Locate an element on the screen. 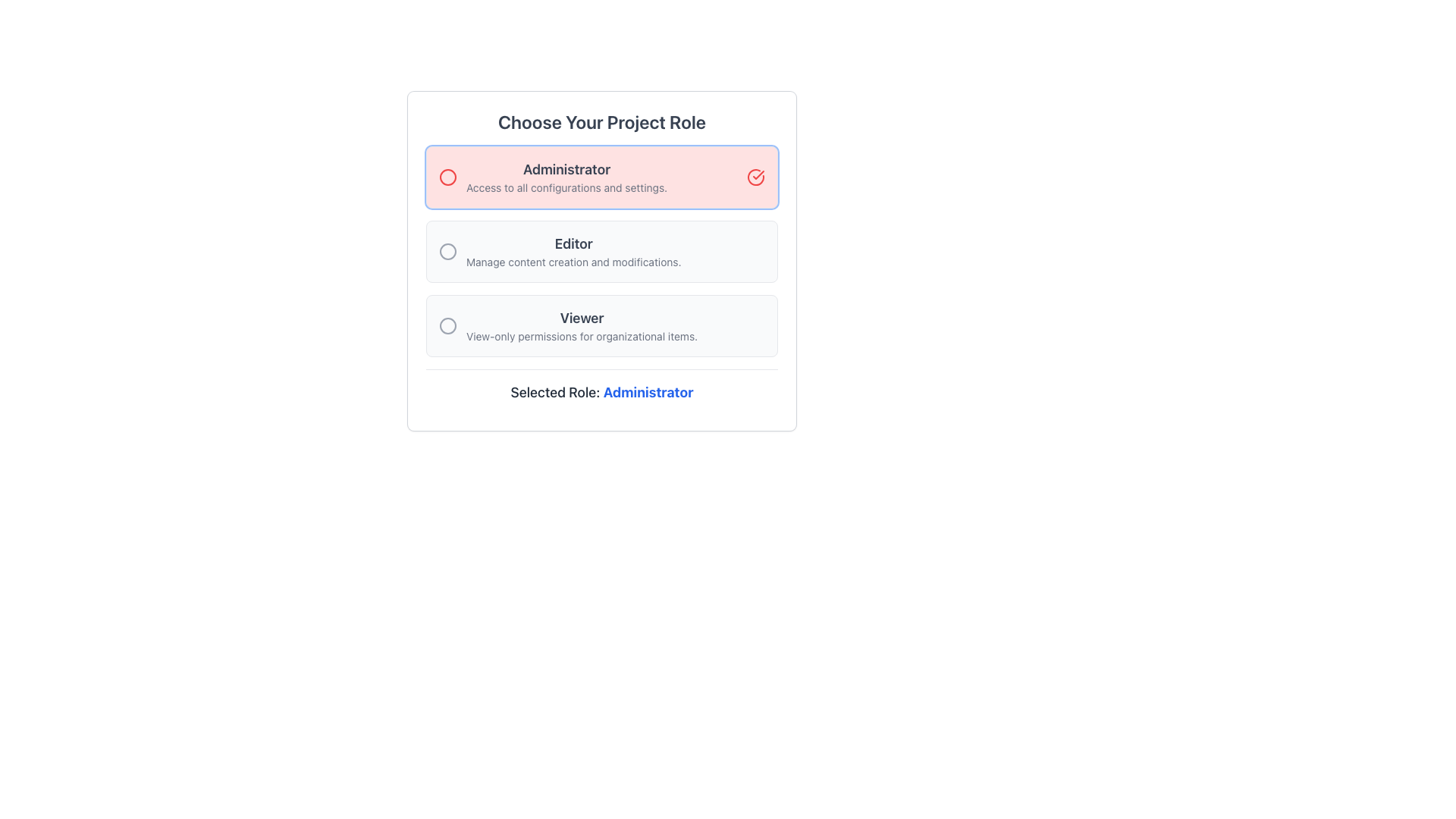 This screenshot has width=1456, height=819. the static text display indicating the currently selected project role, which is the only bold blue text following the phrase 'Selected Role:' in the modal's bottom section is located at coordinates (648, 391).